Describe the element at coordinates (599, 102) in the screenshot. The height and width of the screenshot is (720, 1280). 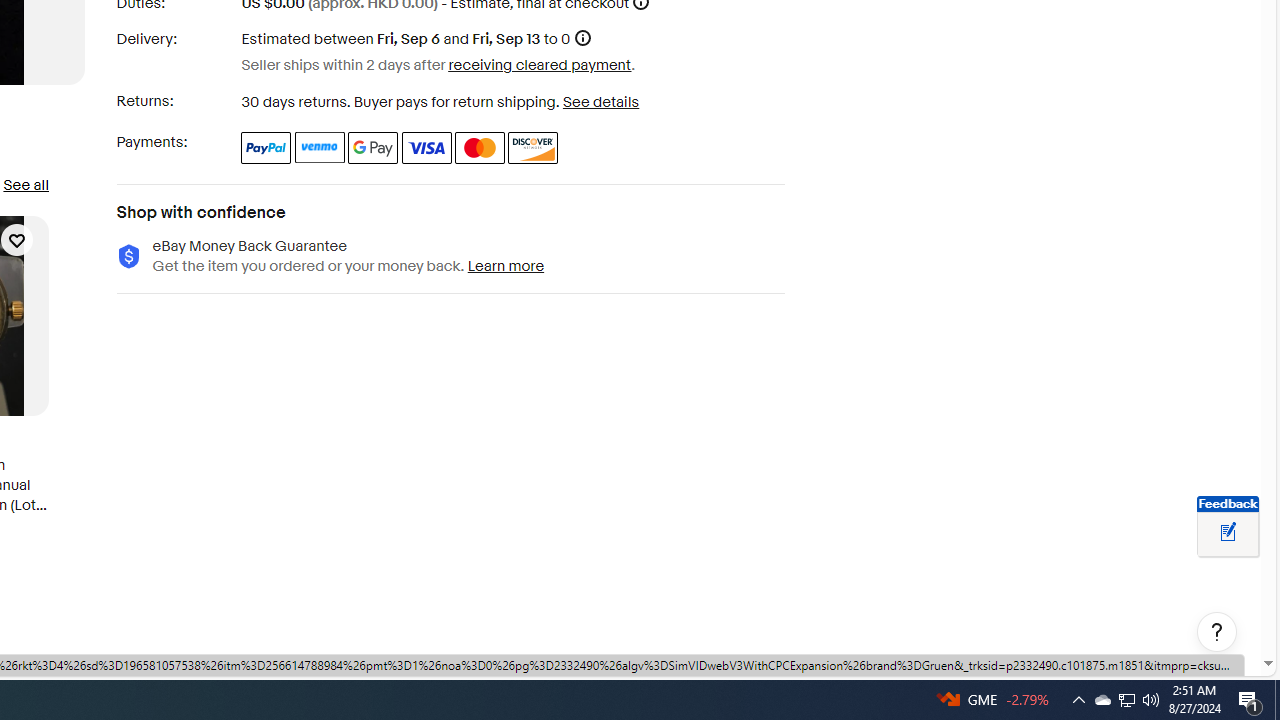
I see `'See details - for more information about returns'` at that location.